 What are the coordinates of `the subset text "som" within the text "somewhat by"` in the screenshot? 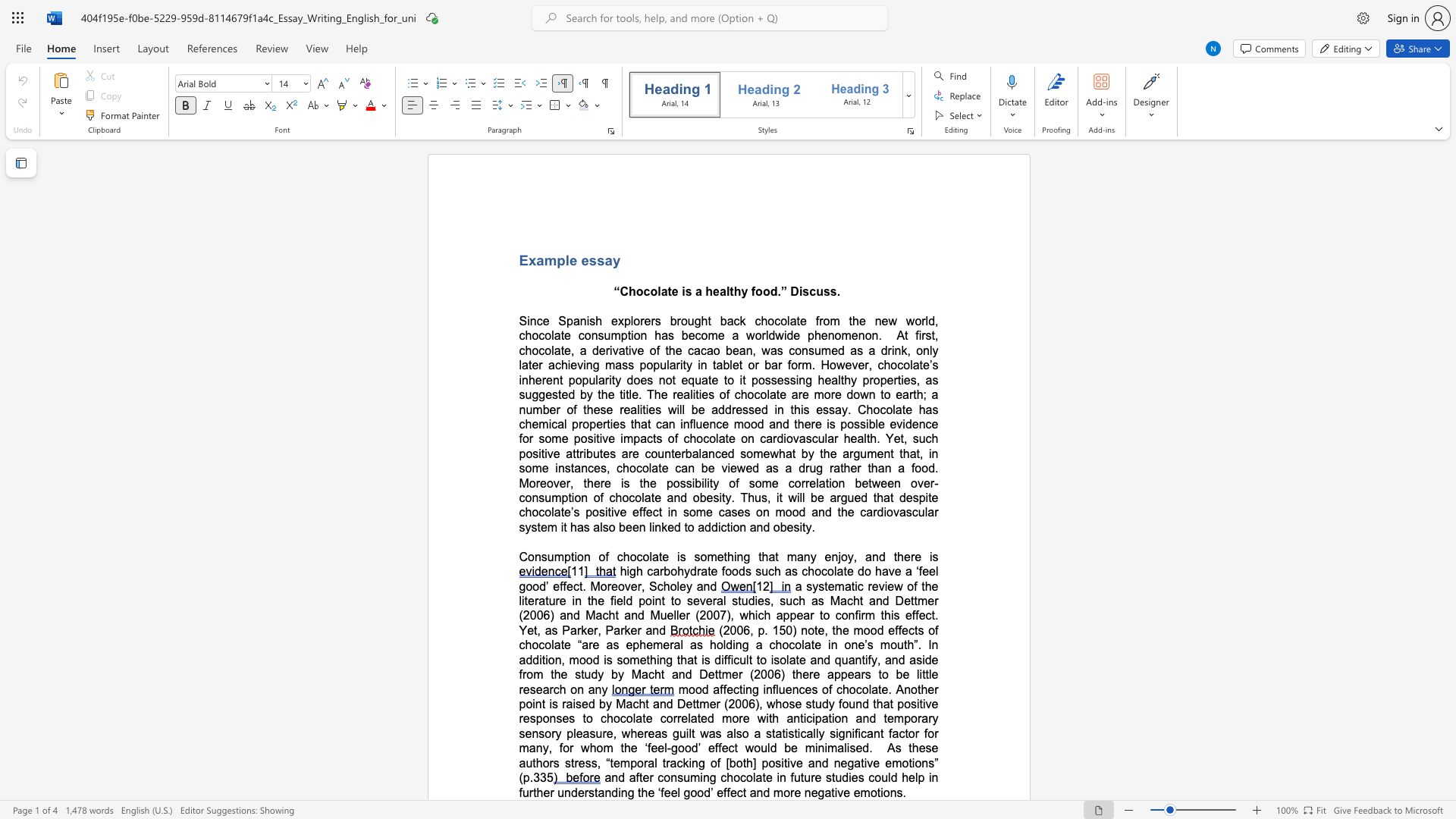 It's located at (740, 453).